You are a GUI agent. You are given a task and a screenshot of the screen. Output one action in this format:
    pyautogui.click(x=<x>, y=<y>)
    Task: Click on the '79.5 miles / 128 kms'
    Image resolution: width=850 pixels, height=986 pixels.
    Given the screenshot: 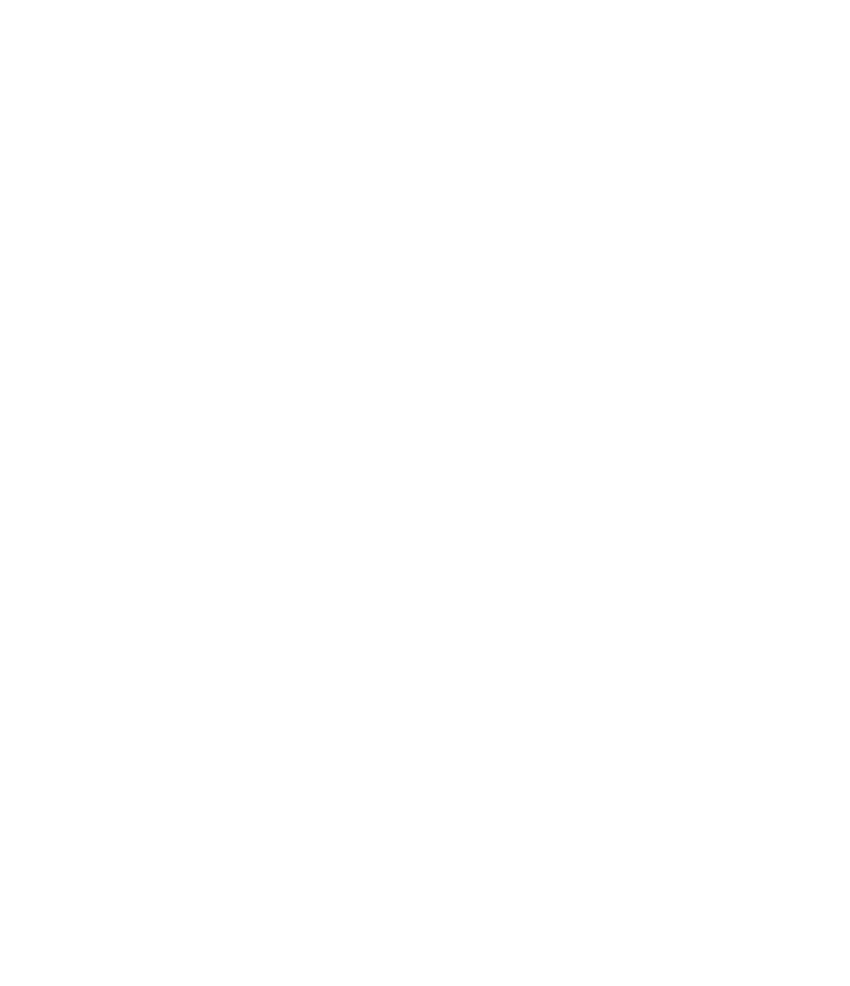 What is the action you would take?
    pyautogui.click(x=611, y=697)
    